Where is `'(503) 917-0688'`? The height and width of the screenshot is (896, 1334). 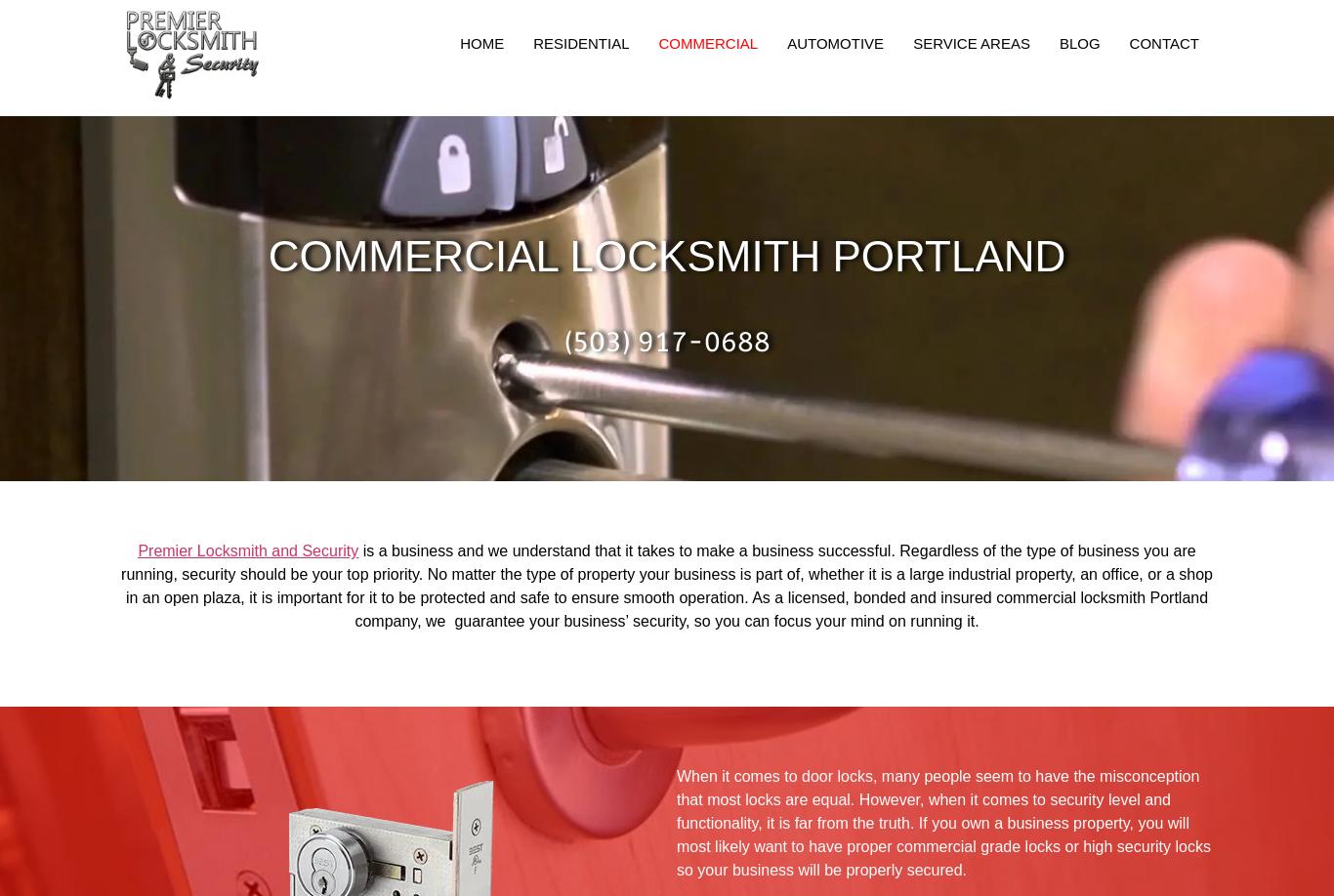 '(503) 917-0688' is located at coordinates (665, 341).